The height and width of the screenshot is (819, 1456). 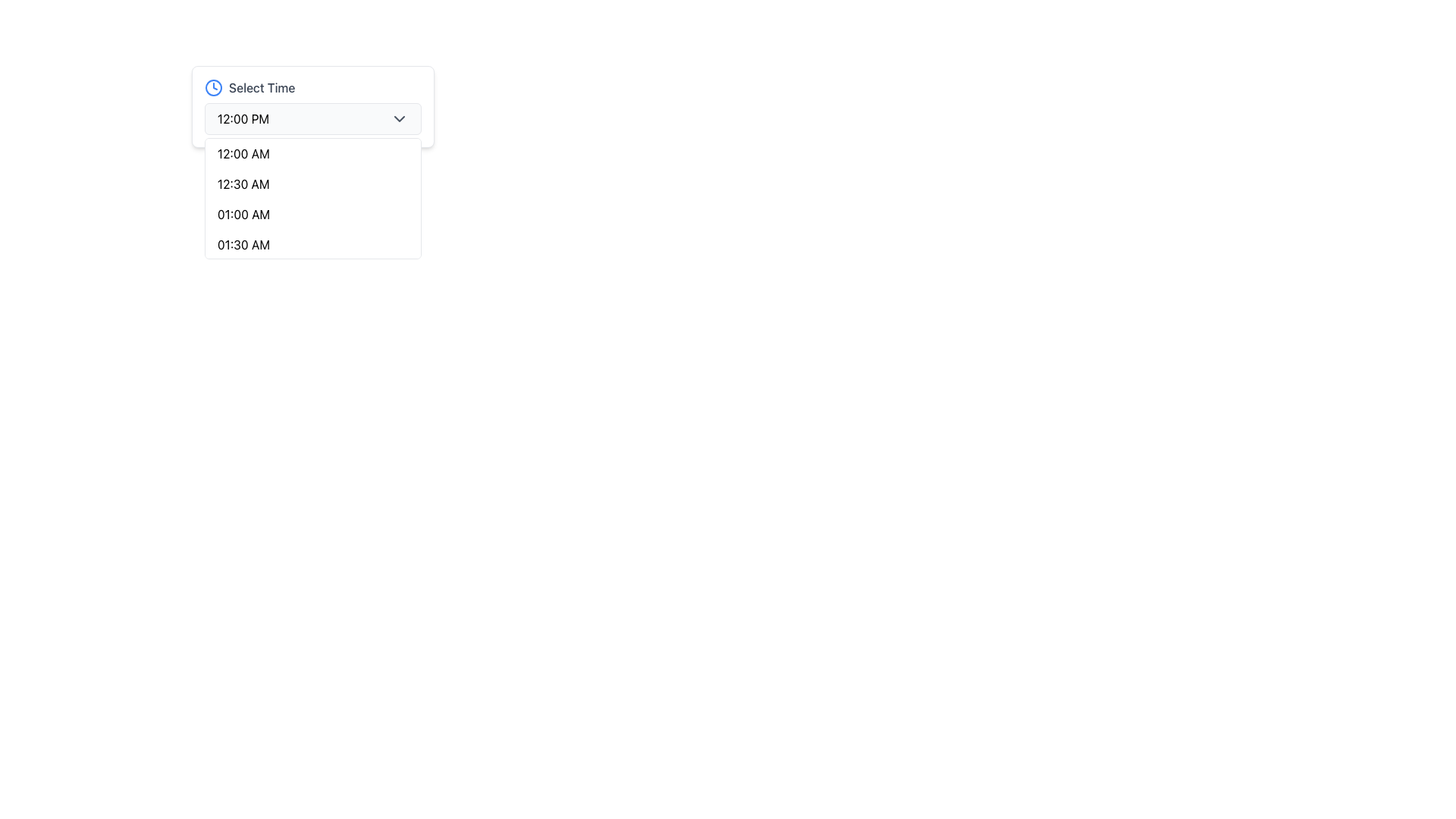 I want to click on the currently displayed time '12:00 PM' within the 'Select Time' dropdown field, so click(x=243, y=118).